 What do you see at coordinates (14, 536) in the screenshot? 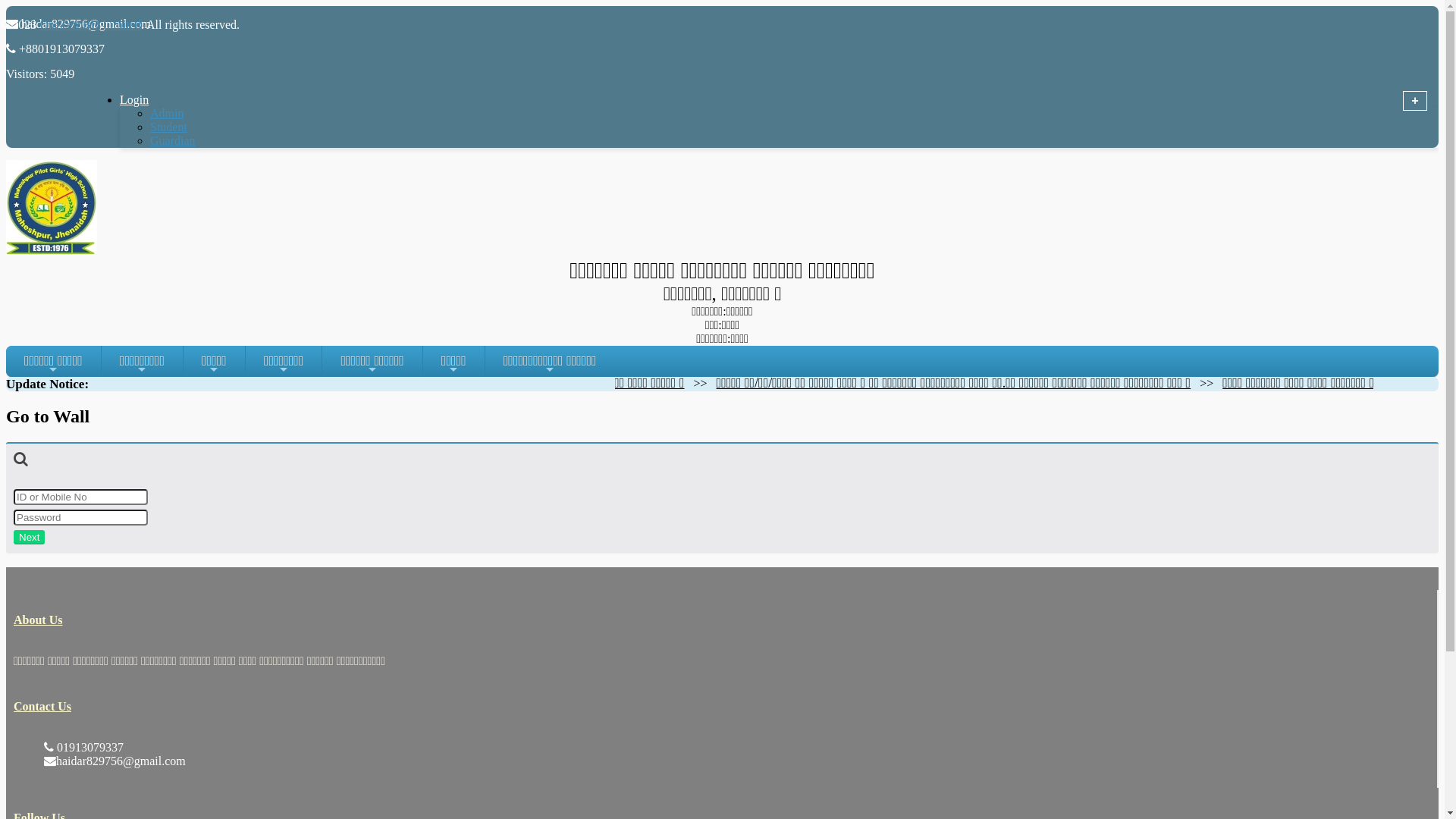
I see `'Next'` at bounding box center [14, 536].